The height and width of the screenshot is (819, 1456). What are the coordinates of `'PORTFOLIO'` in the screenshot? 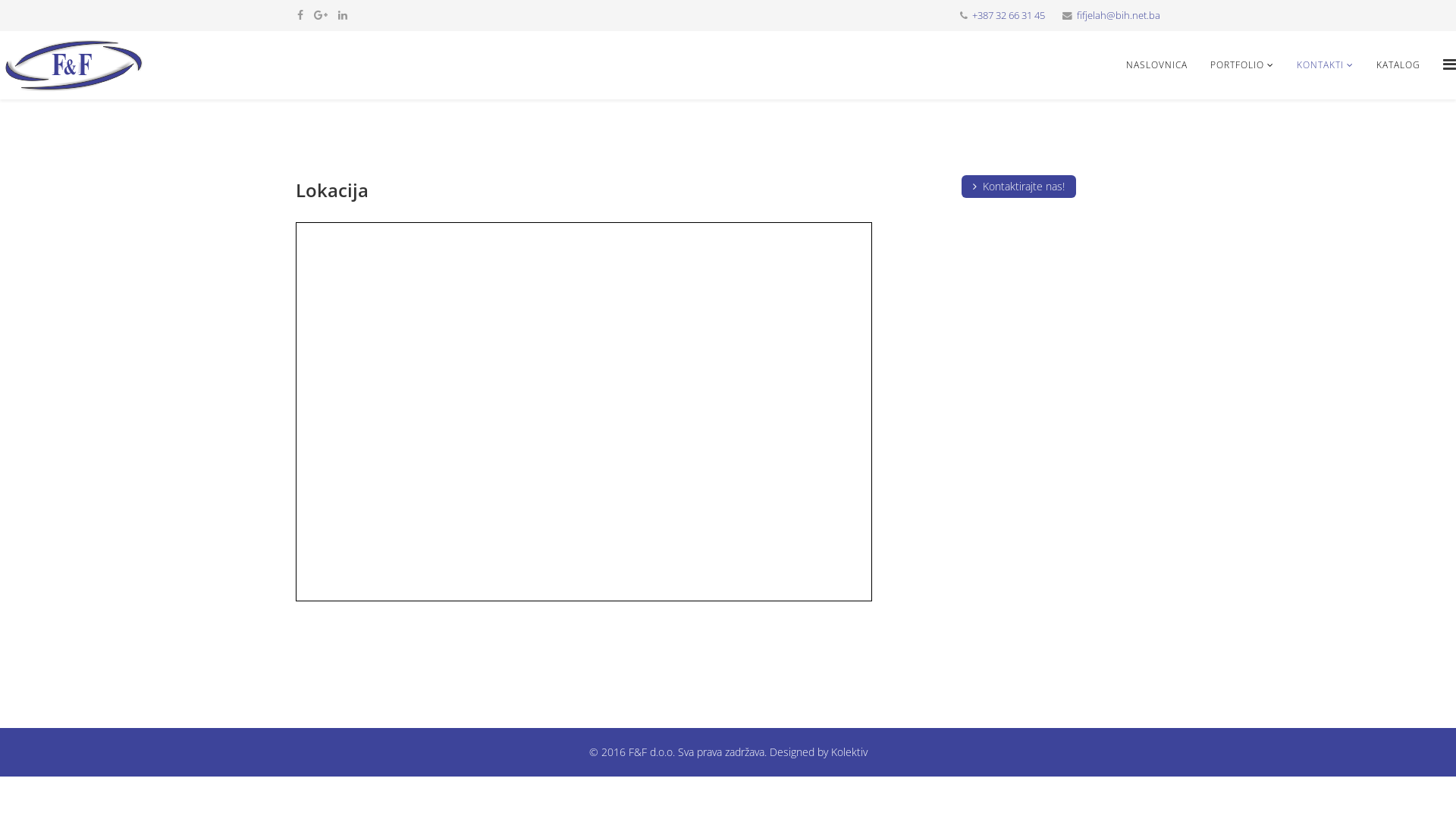 It's located at (1241, 64).